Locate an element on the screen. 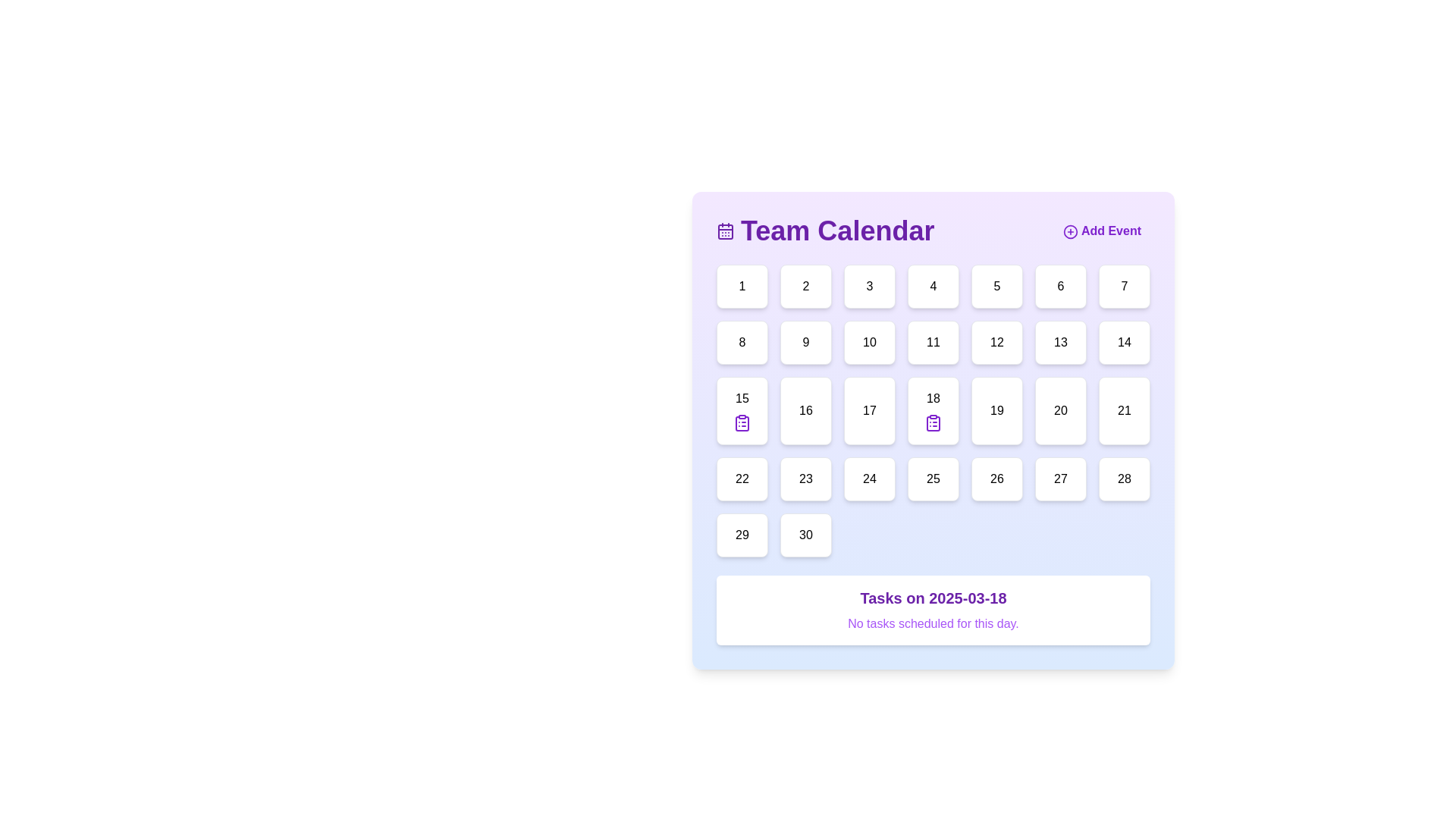 This screenshot has width=1456, height=819. the Header with Action Controls at the top center of the calendar interface, which provides options for adding new events is located at coordinates (932, 231).